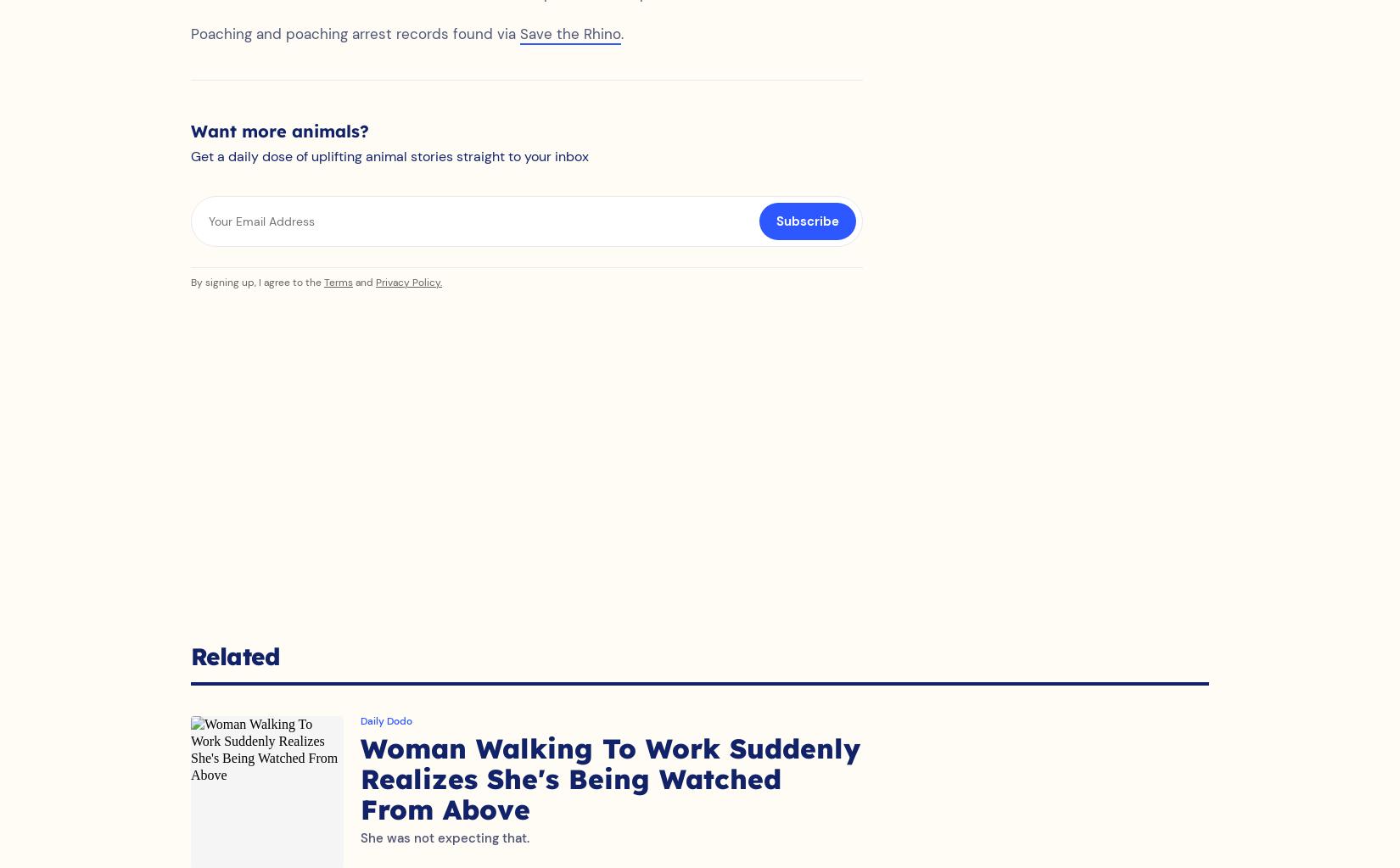  Describe the element at coordinates (621, 50) in the screenshot. I see `'.'` at that location.